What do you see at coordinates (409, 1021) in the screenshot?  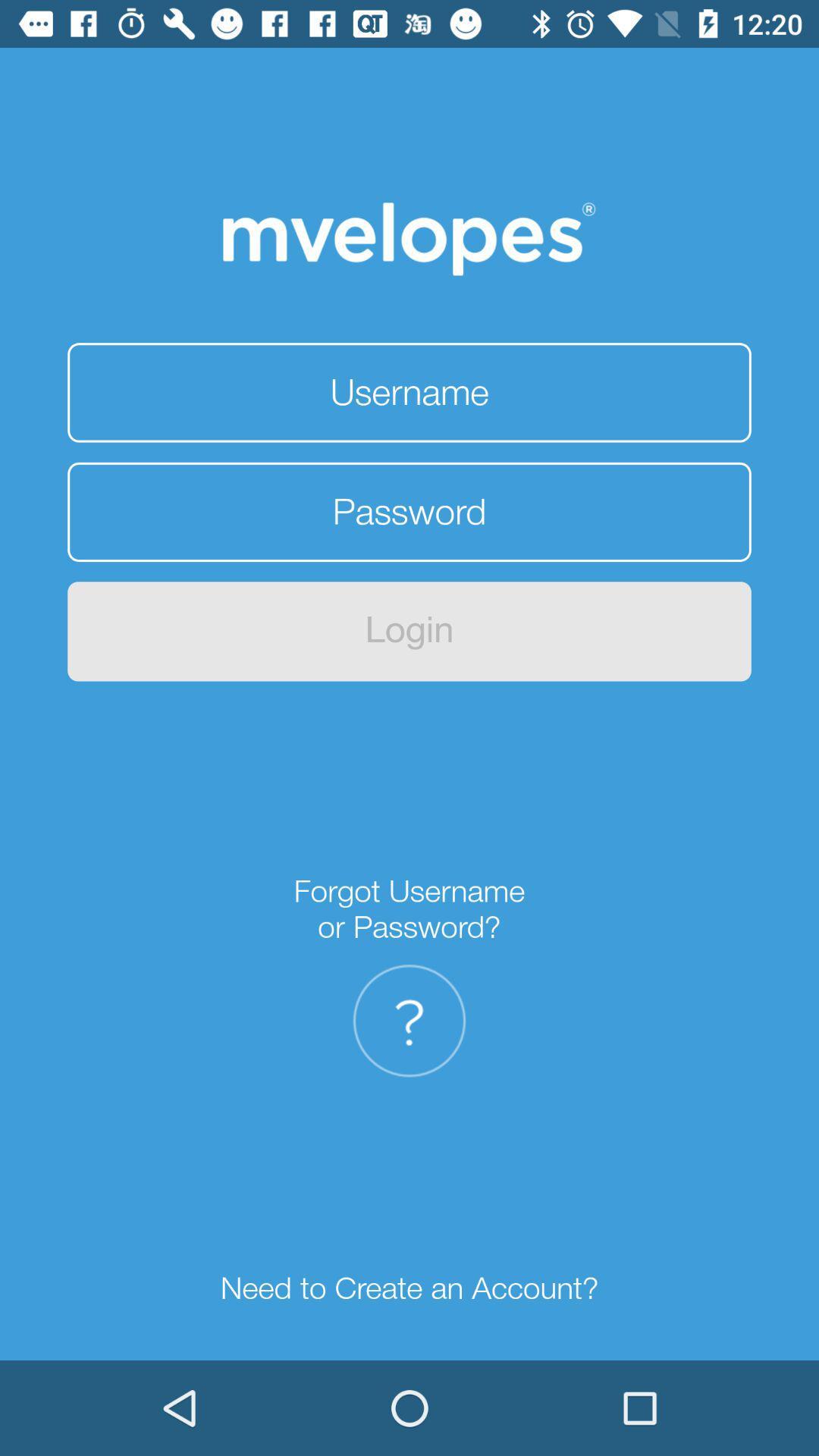 I see `item below forgot username or item` at bounding box center [409, 1021].